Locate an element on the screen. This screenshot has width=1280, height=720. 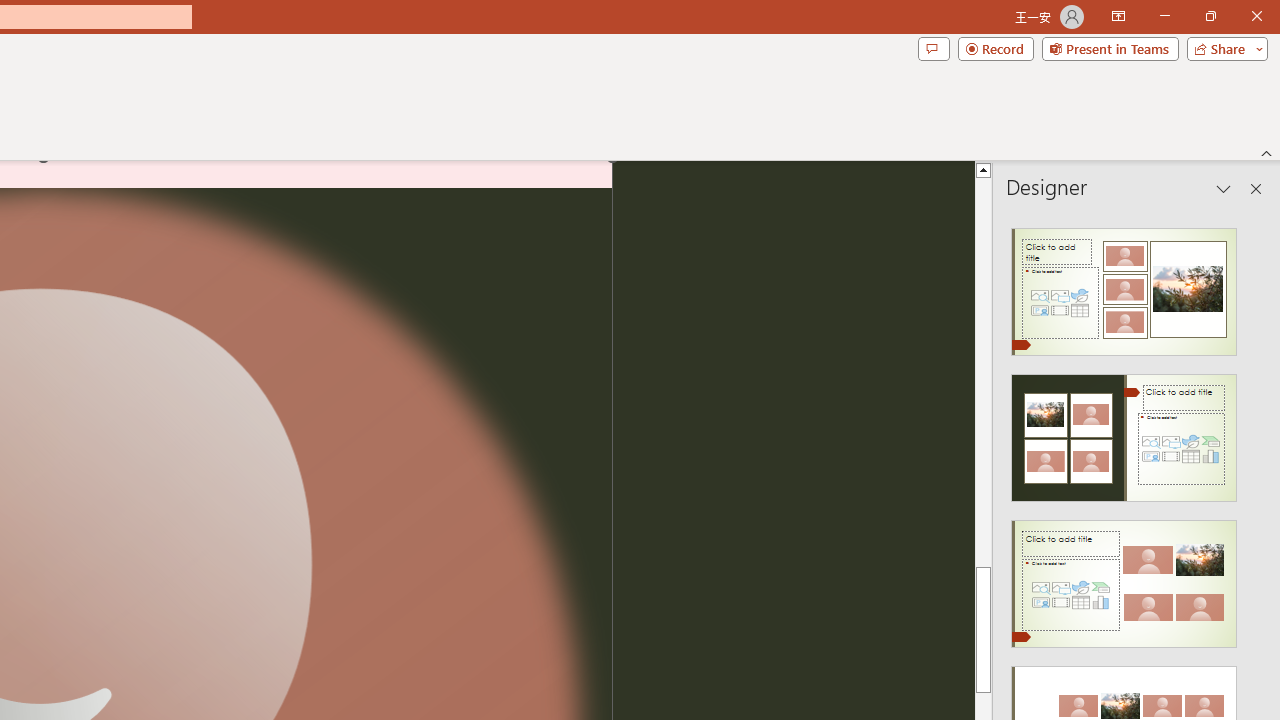
'Class: NetUIImage' is located at coordinates (1124, 584).